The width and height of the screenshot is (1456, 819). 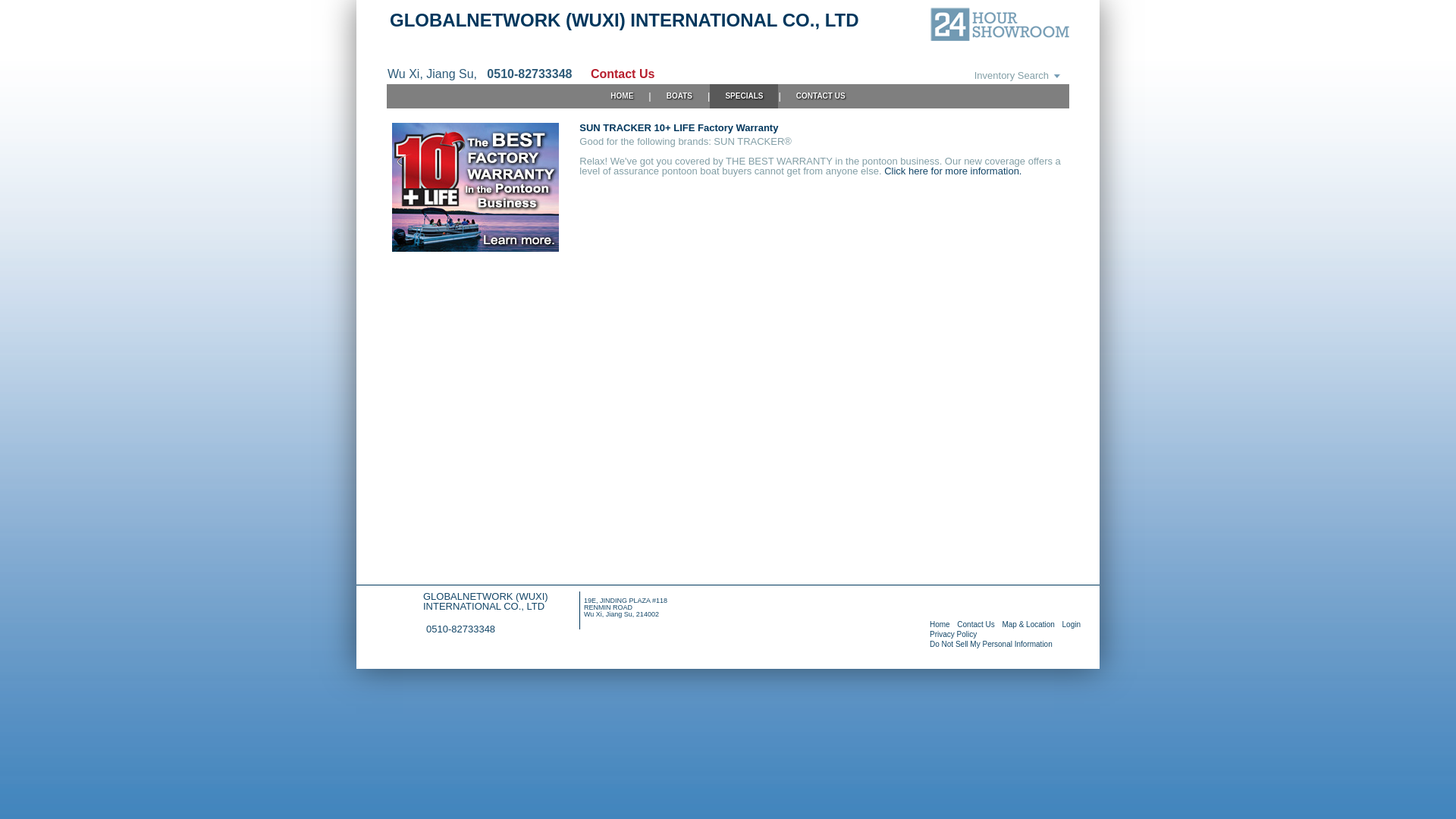 I want to click on 'CONTACT US', so click(x=820, y=96).